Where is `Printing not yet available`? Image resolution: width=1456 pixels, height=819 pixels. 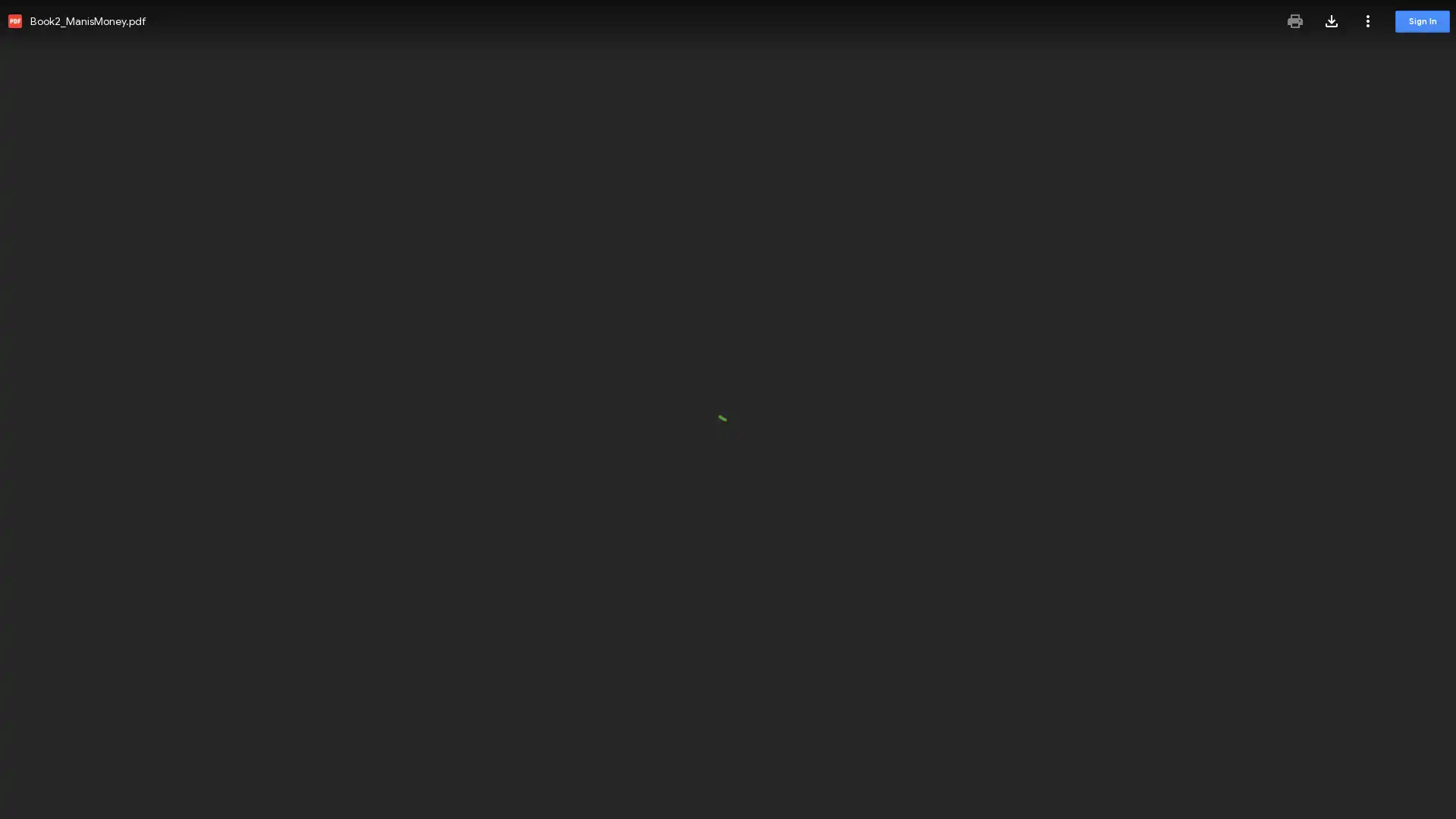 Printing not yet available is located at coordinates (1294, 20).